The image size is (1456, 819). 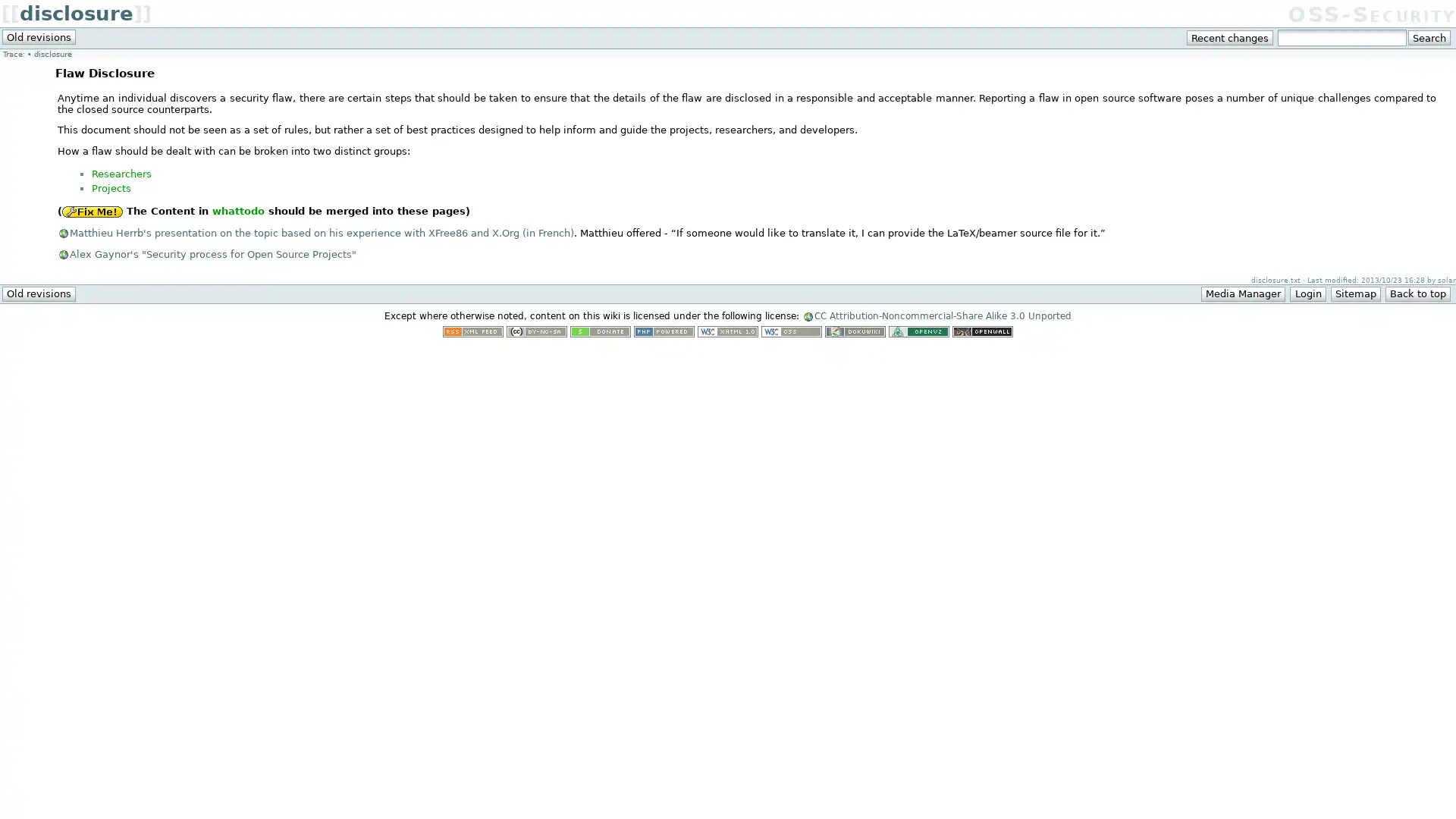 I want to click on Old revisions, so click(x=39, y=36).